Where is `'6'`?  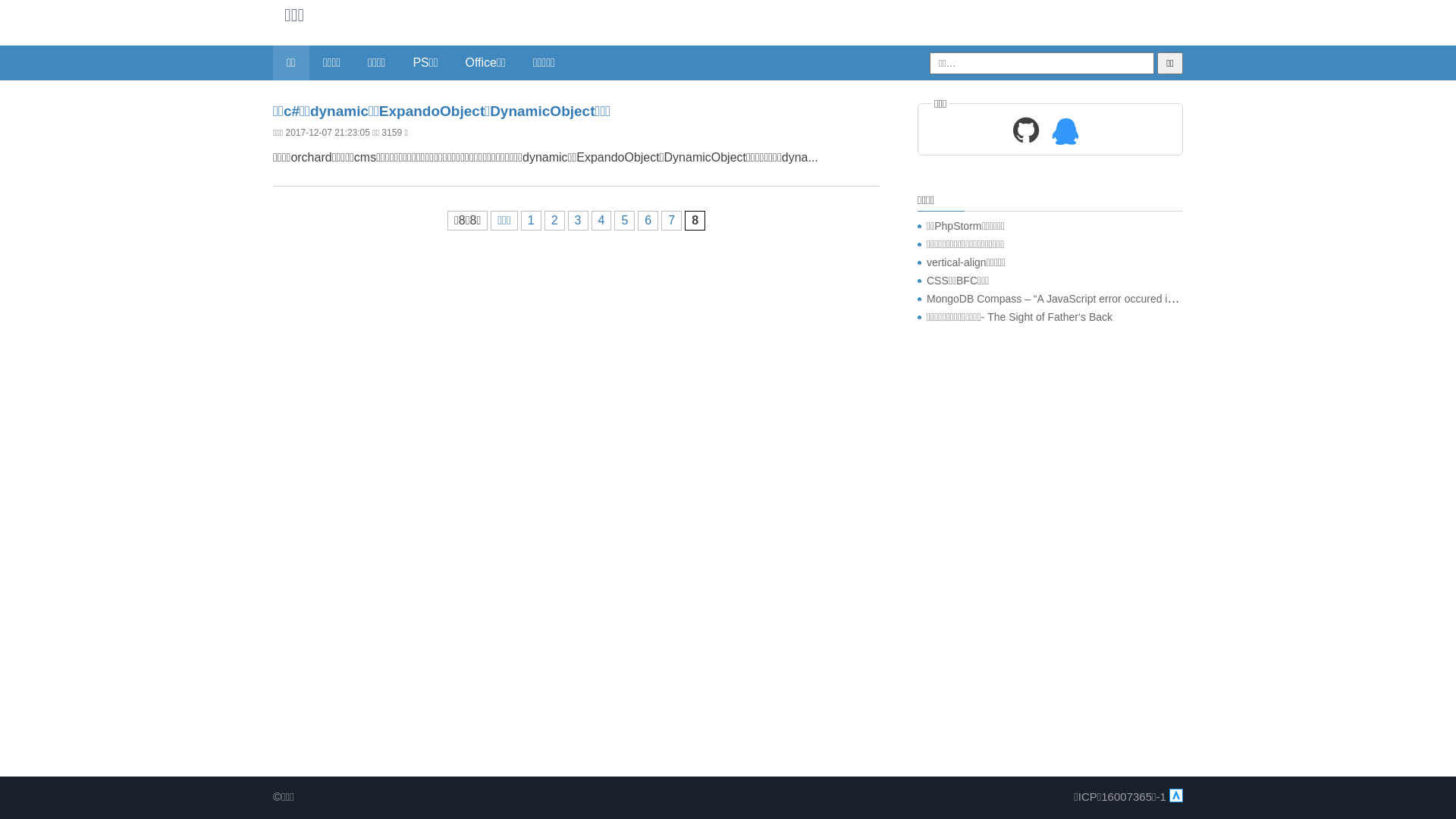 '6' is located at coordinates (648, 220).